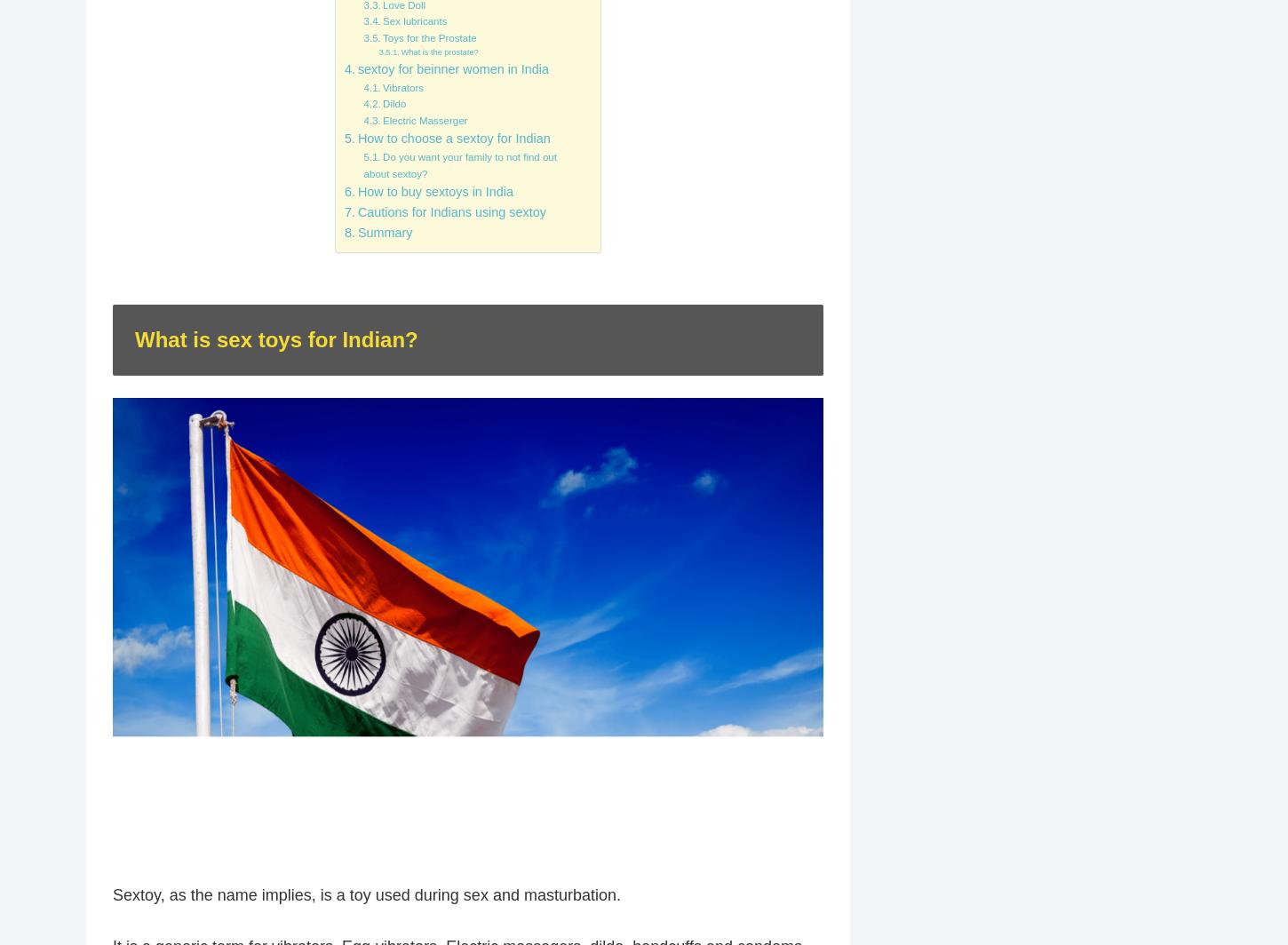 This screenshot has height=945, width=1288. I want to click on 'How to choose a sextoy for Indian', so click(453, 138).